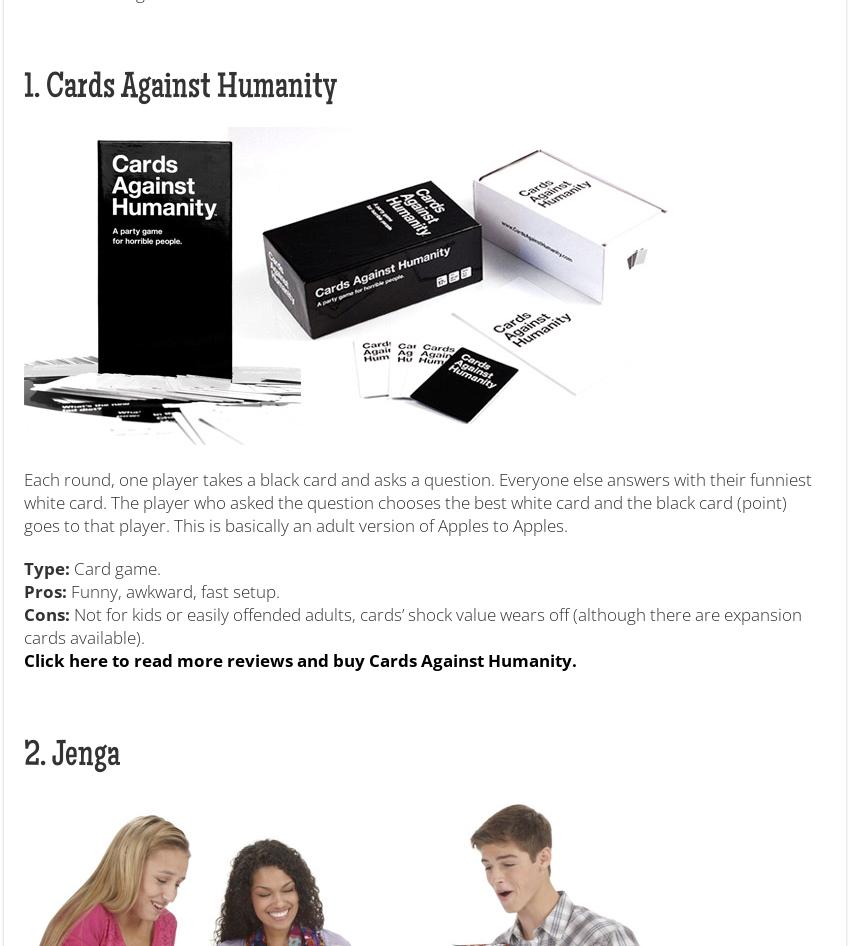 The height and width of the screenshot is (946, 850). Describe the element at coordinates (47, 612) in the screenshot. I see `'Cons:'` at that location.